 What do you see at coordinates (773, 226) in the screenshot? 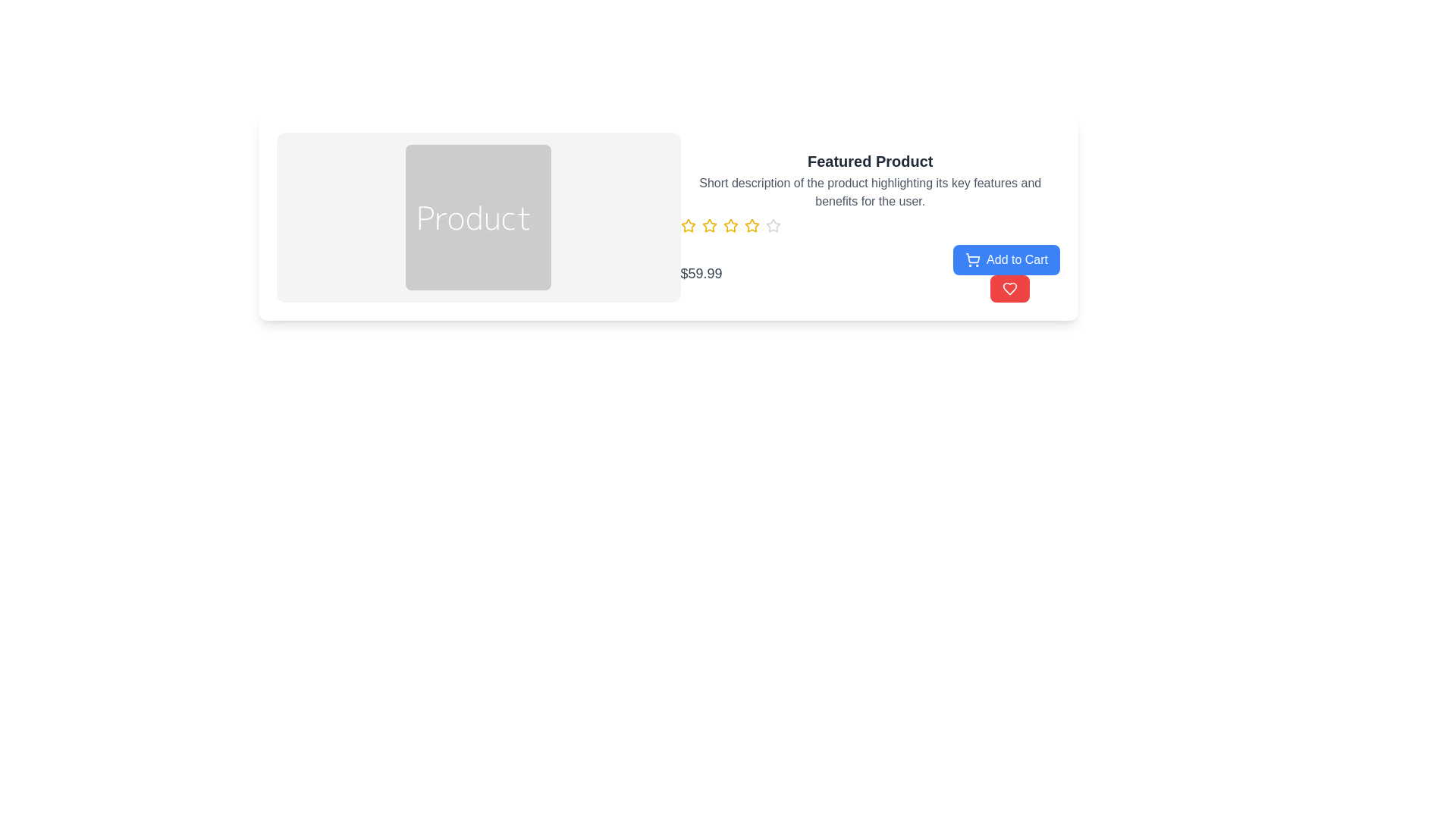
I see `the fifth star icon in a horizontal row of five, which indicates a lack of rating or an incomplete rating, positioned slightly above the product price` at bounding box center [773, 226].